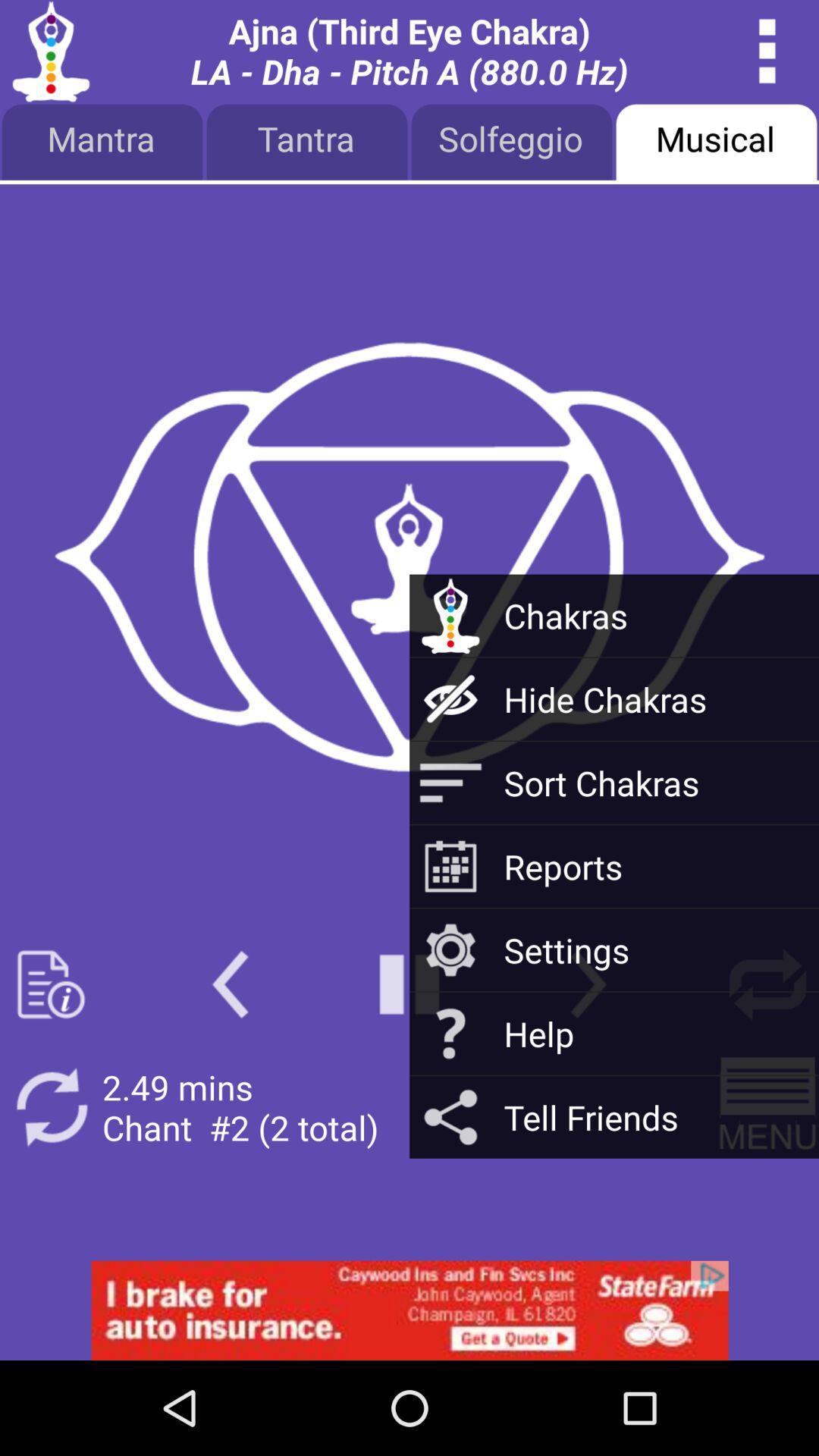 The width and height of the screenshot is (819, 1456). What do you see at coordinates (50, 1107) in the screenshot?
I see `reload button` at bounding box center [50, 1107].